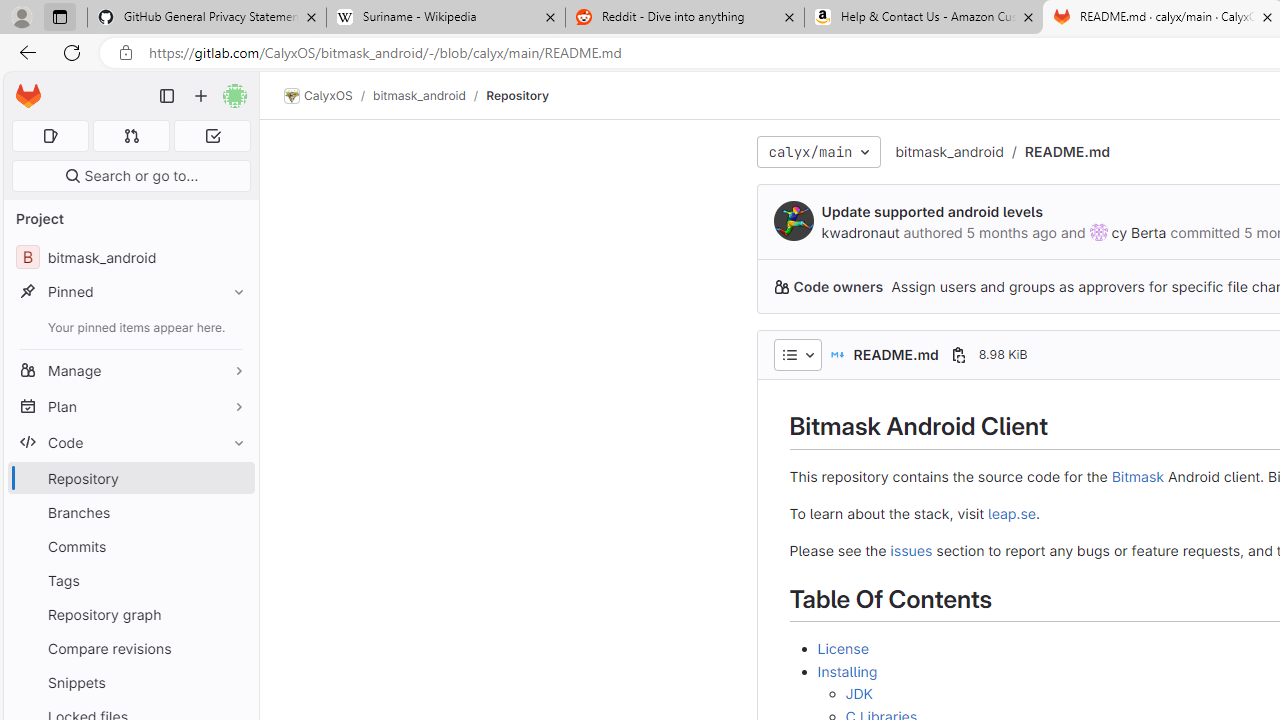  What do you see at coordinates (428, 95) in the screenshot?
I see `'bitmask_android/'` at bounding box center [428, 95].